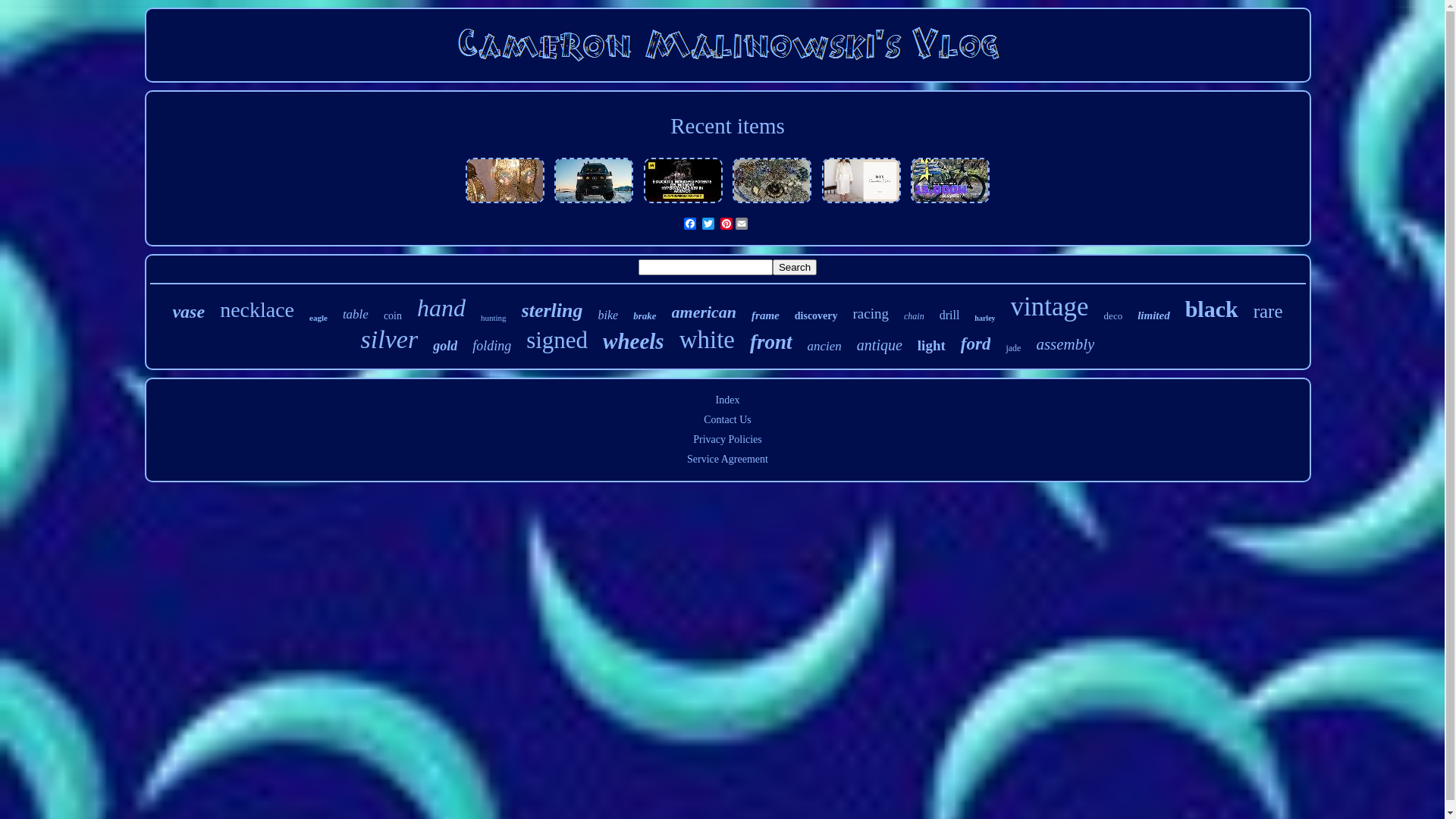 This screenshot has height=819, width=1456. Describe the element at coordinates (880, 345) in the screenshot. I see `'antique'` at that location.